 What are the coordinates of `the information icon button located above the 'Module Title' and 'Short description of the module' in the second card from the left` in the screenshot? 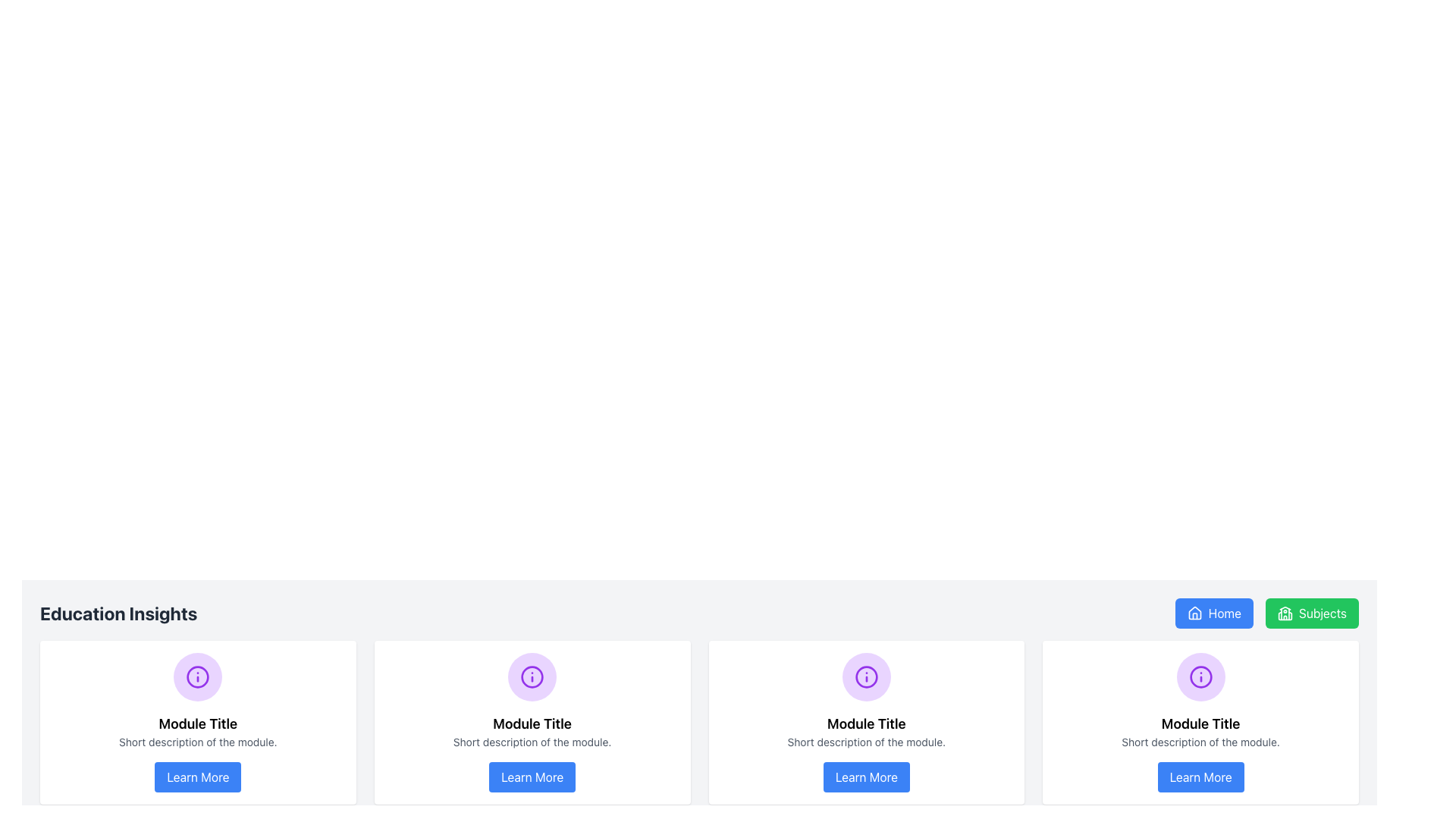 It's located at (532, 676).